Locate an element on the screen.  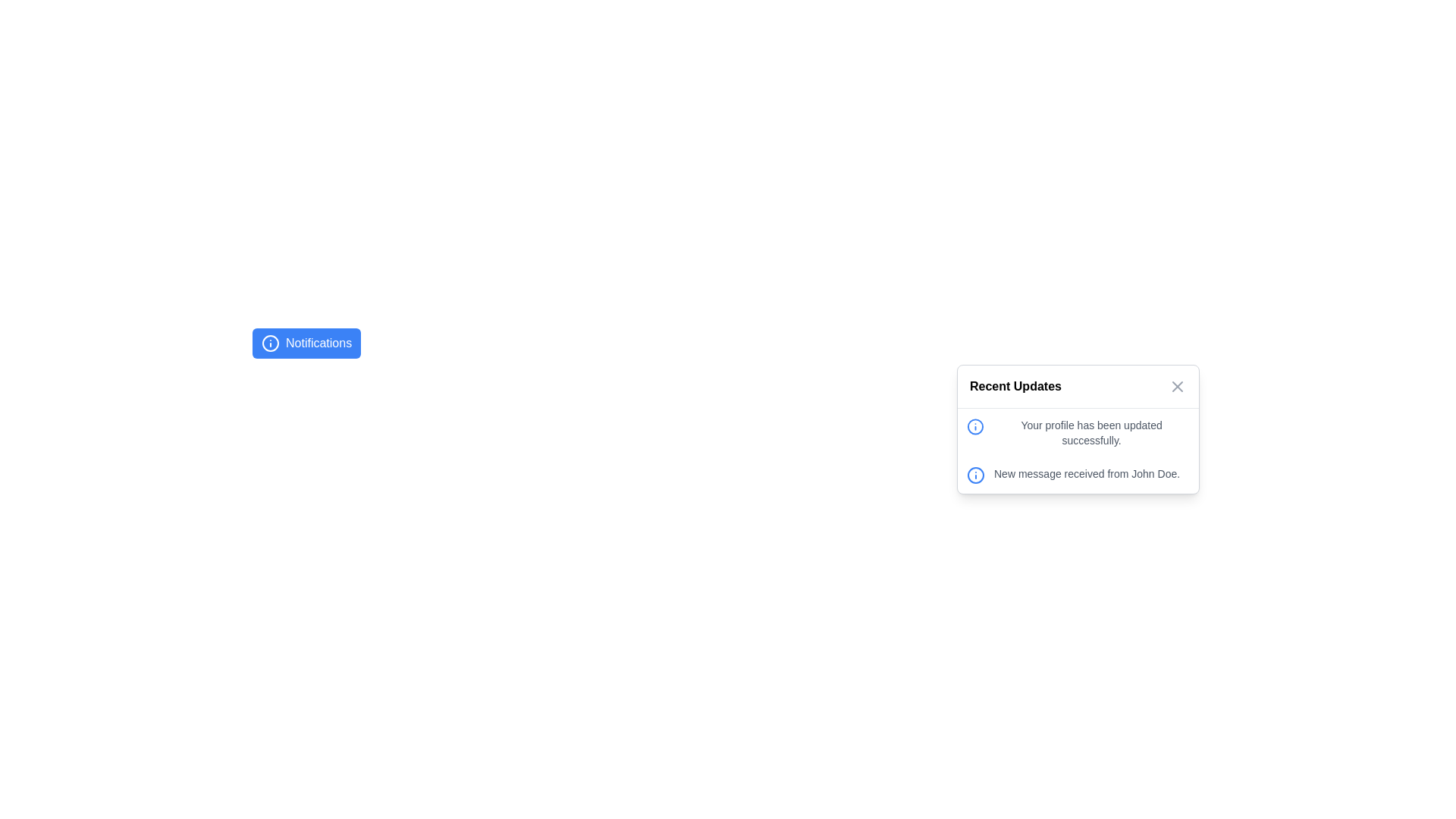
the Decorative graphic element (circle) with a blue outline and white fill, located at the center of the Notifications icon is located at coordinates (975, 427).